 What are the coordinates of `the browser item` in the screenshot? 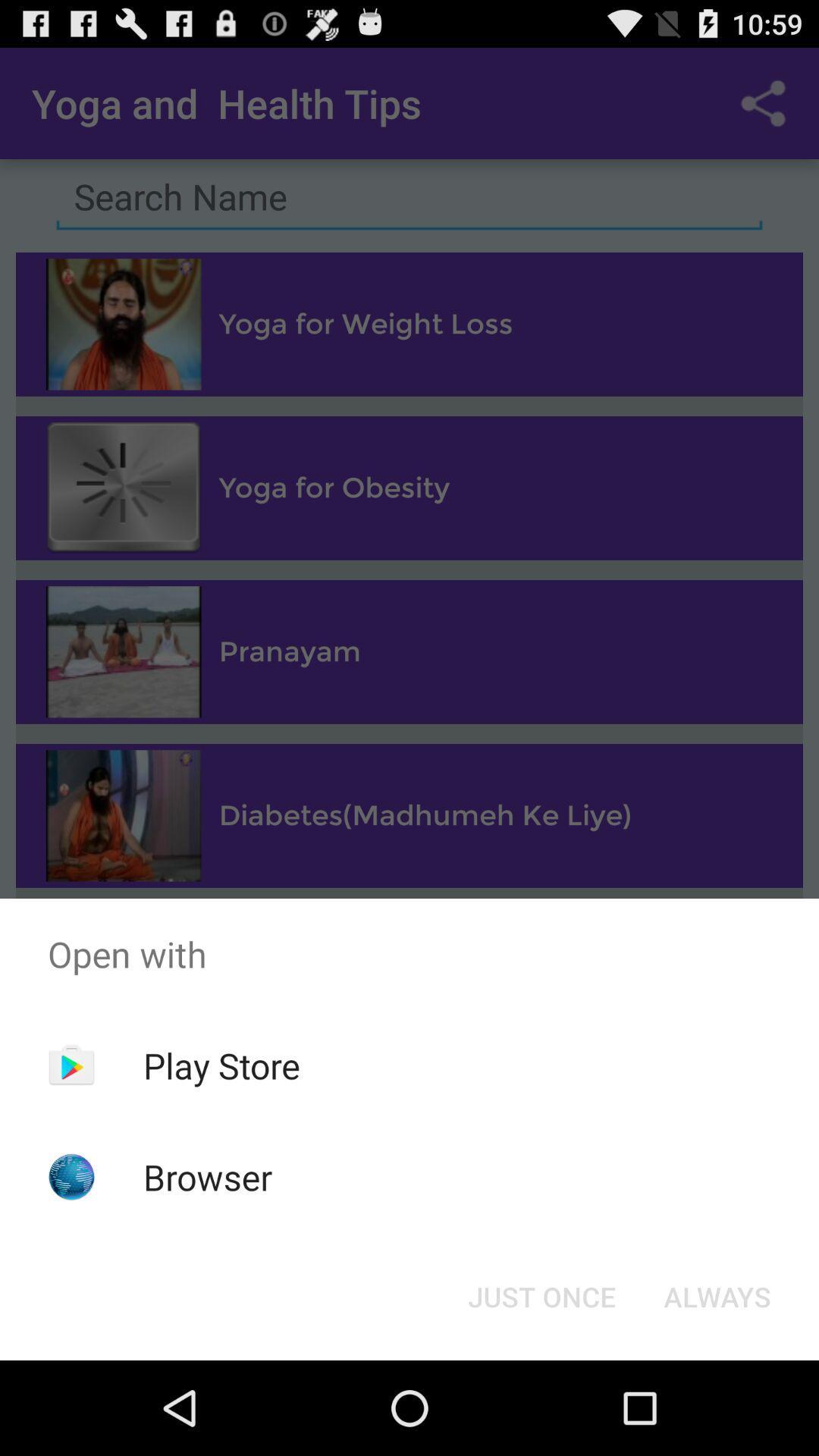 It's located at (208, 1176).